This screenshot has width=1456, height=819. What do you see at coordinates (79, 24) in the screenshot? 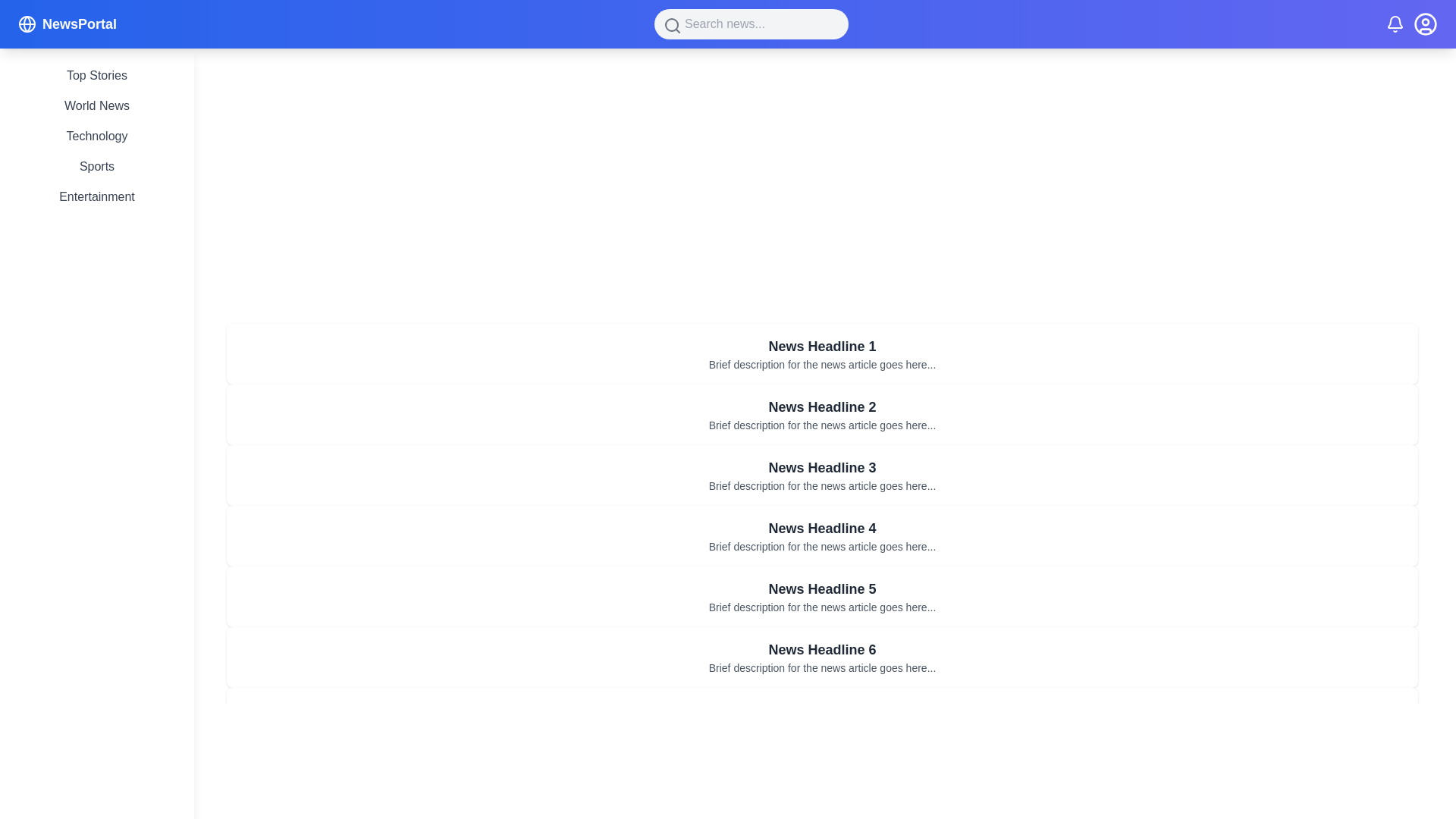
I see `the 'NewsPortal' bold text in large white font located on the left side of the header` at bounding box center [79, 24].